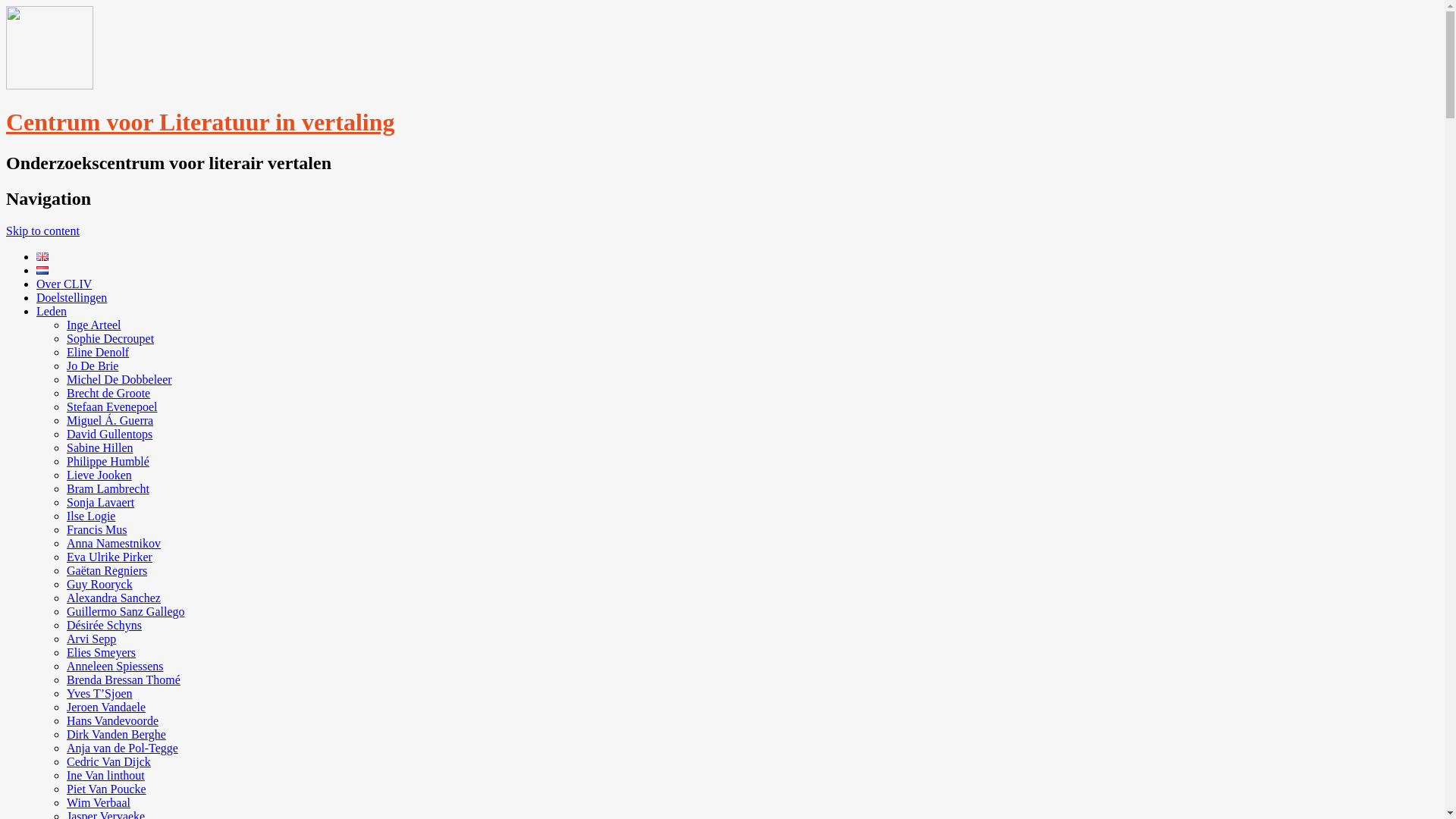  What do you see at coordinates (122, 747) in the screenshot?
I see `'Anja van de Pol-Tegge'` at bounding box center [122, 747].